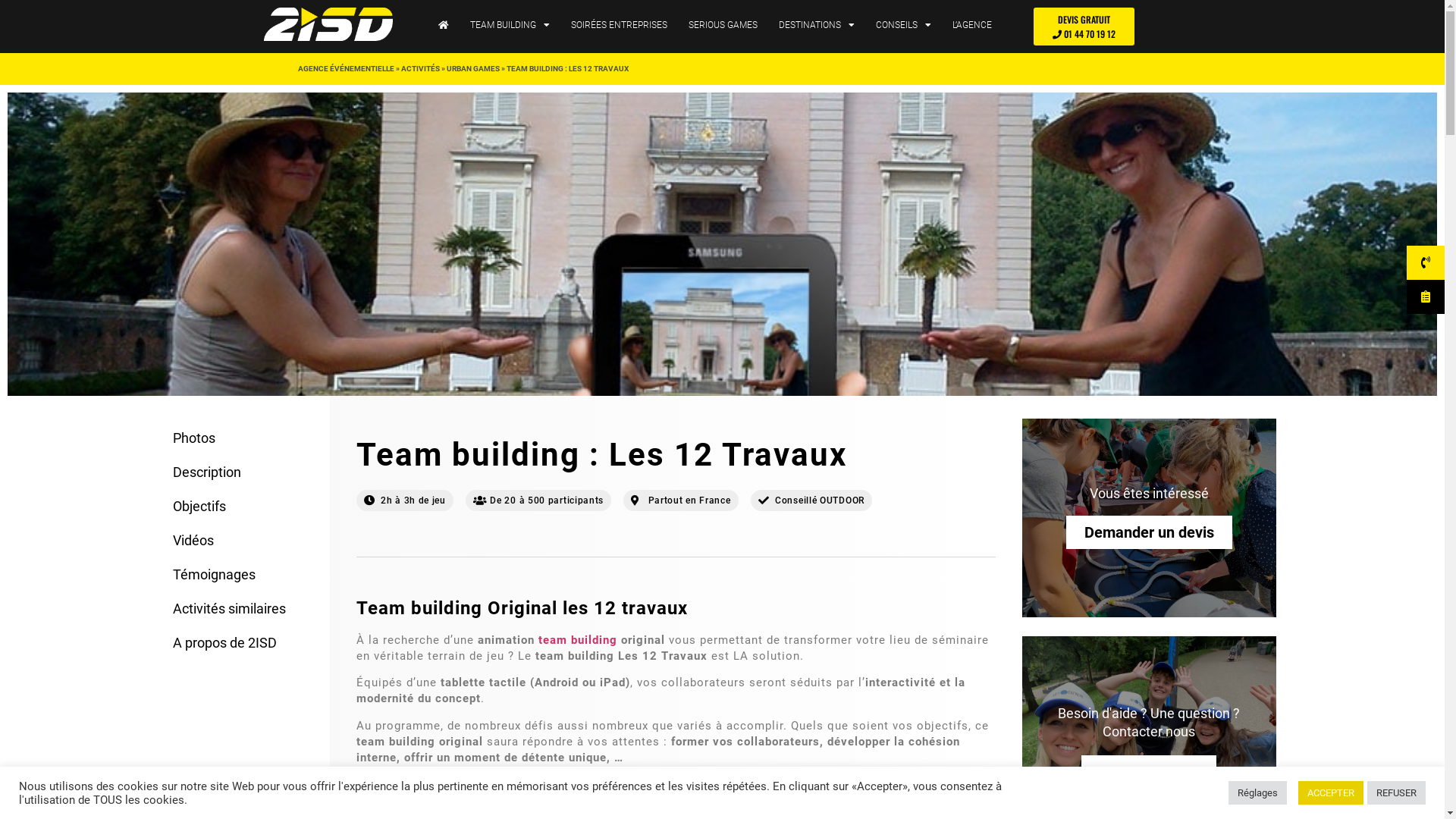 The width and height of the screenshot is (1456, 819). What do you see at coordinates (1083, 26) in the screenshot?
I see `'DEVIS GRATUIT` at bounding box center [1083, 26].